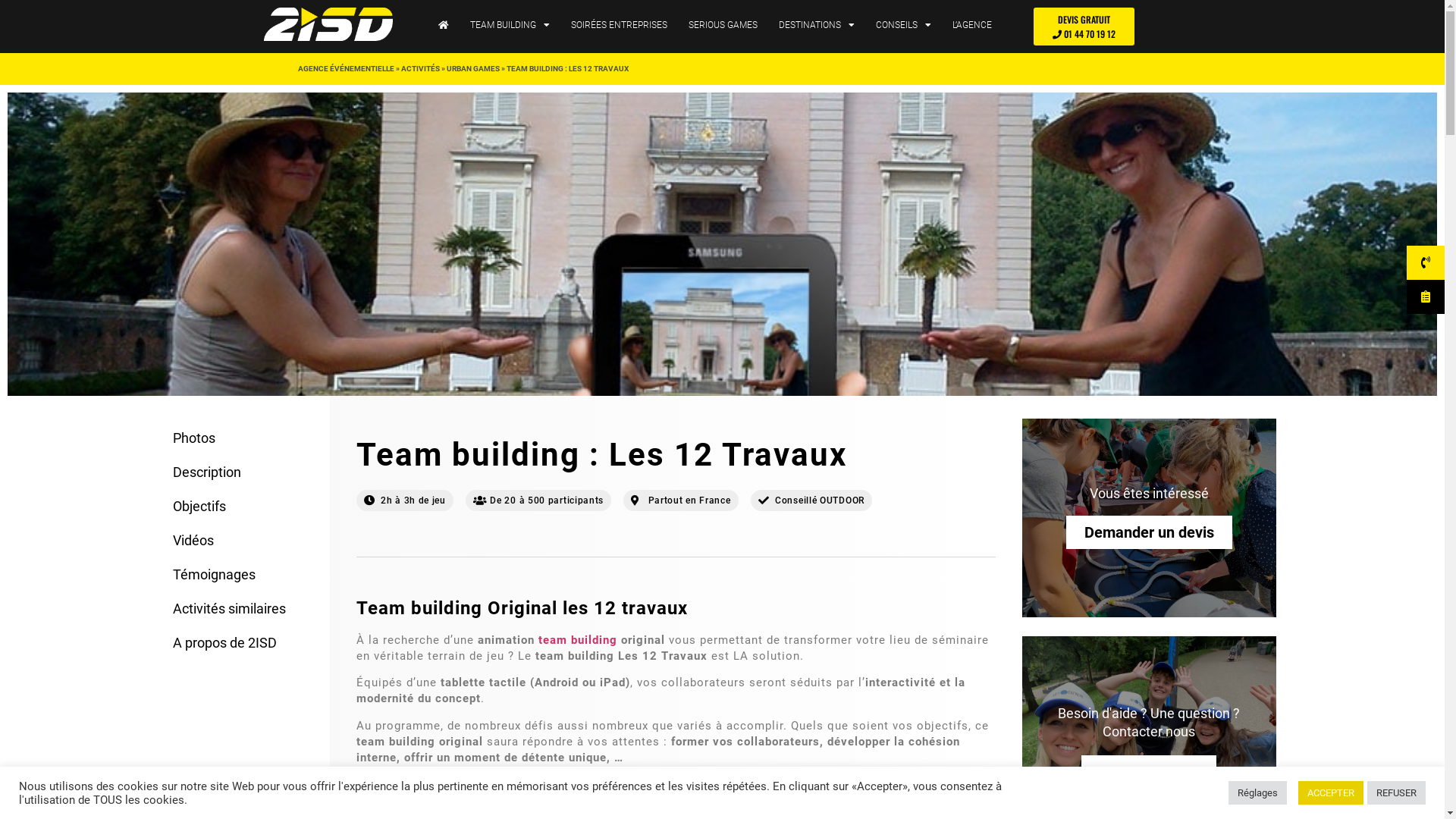 The width and height of the screenshot is (1456, 819). What do you see at coordinates (1083, 26) in the screenshot?
I see `'DEVIS GRATUIT` at bounding box center [1083, 26].